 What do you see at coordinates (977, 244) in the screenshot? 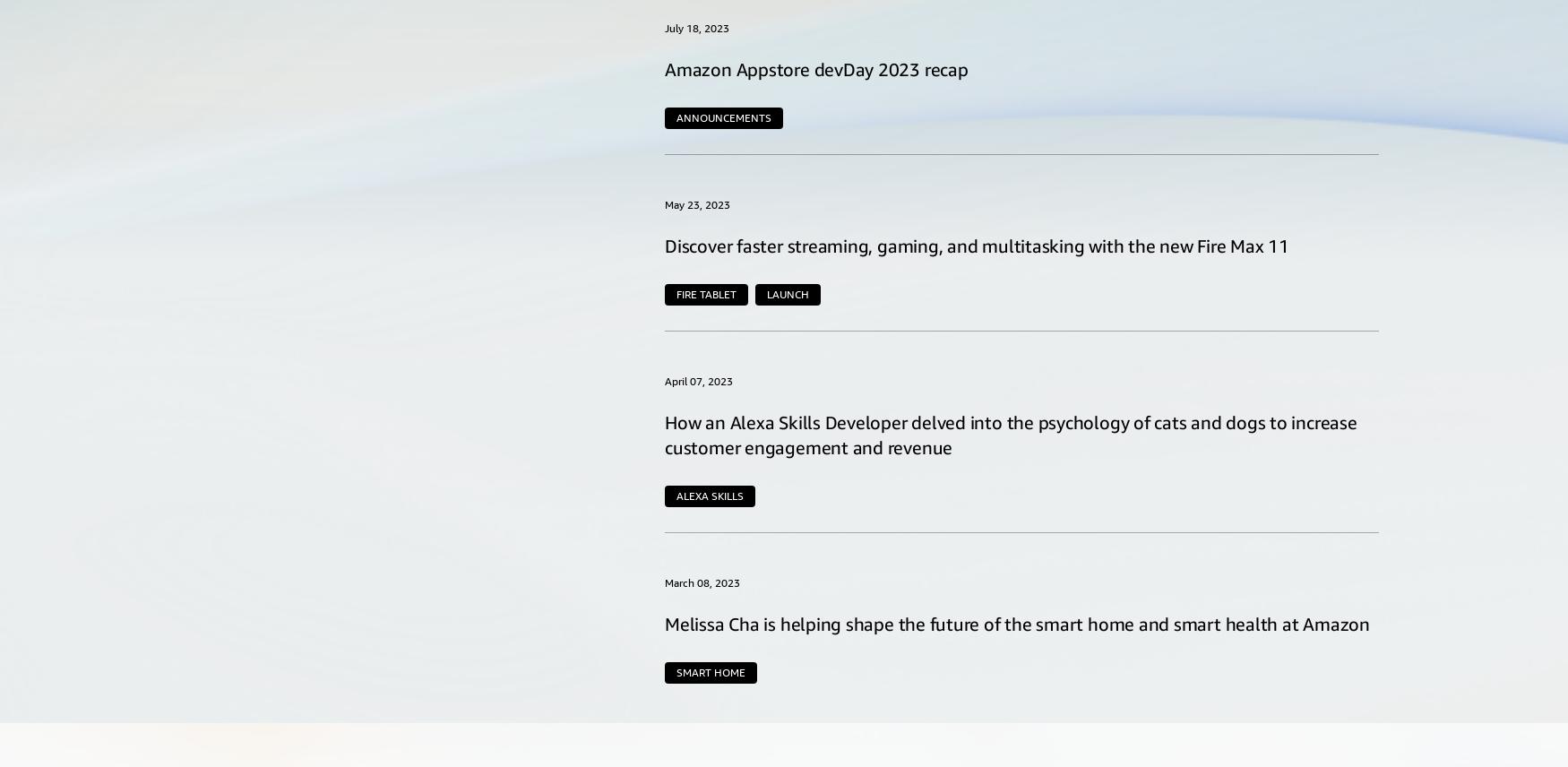
I see `'Discover faster streaming, gaming, and multitasking with the new Fire Max 11'` at bounding box center [977, 244].